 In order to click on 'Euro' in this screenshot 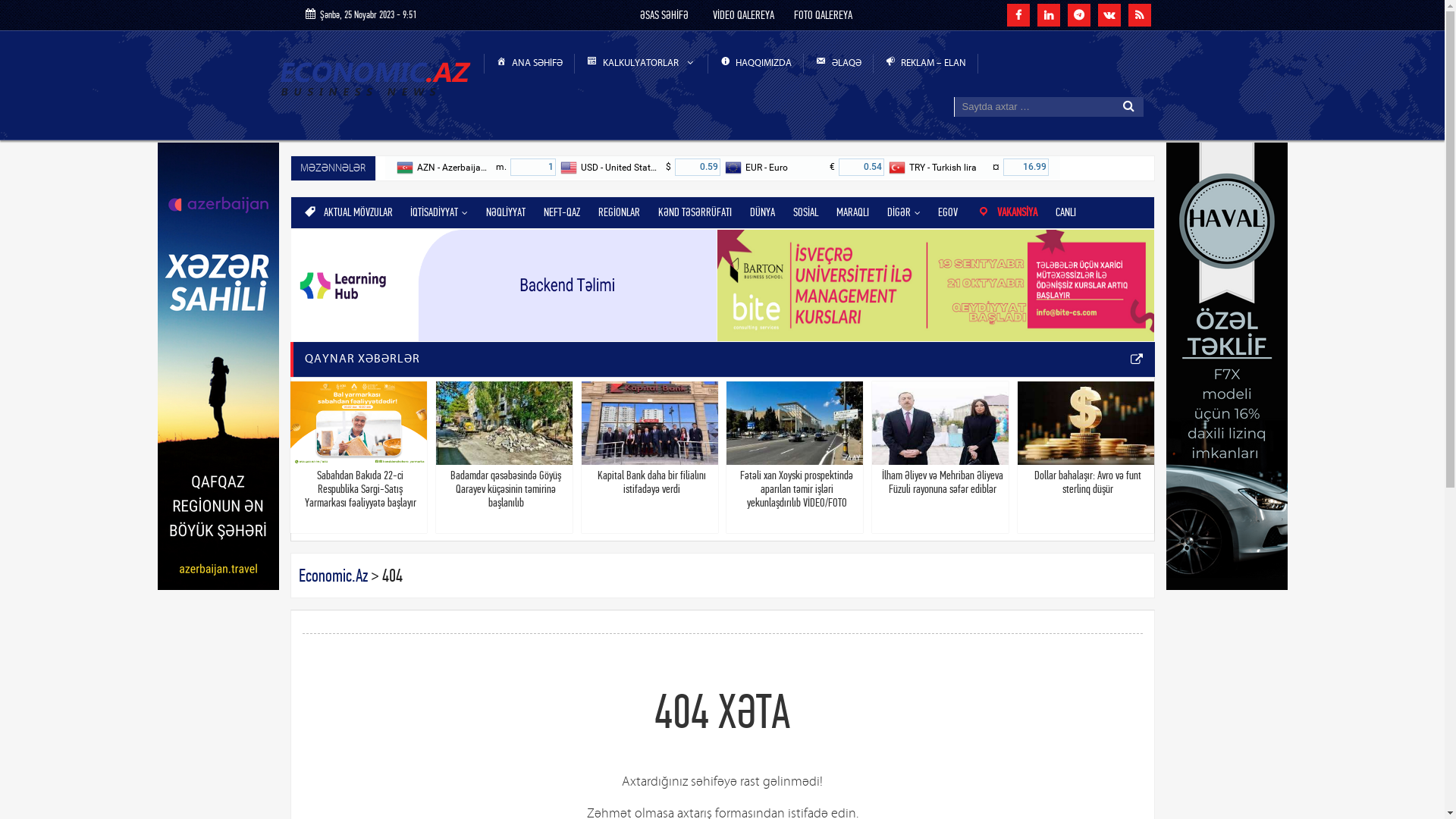, I will do `click(723, 167)`.